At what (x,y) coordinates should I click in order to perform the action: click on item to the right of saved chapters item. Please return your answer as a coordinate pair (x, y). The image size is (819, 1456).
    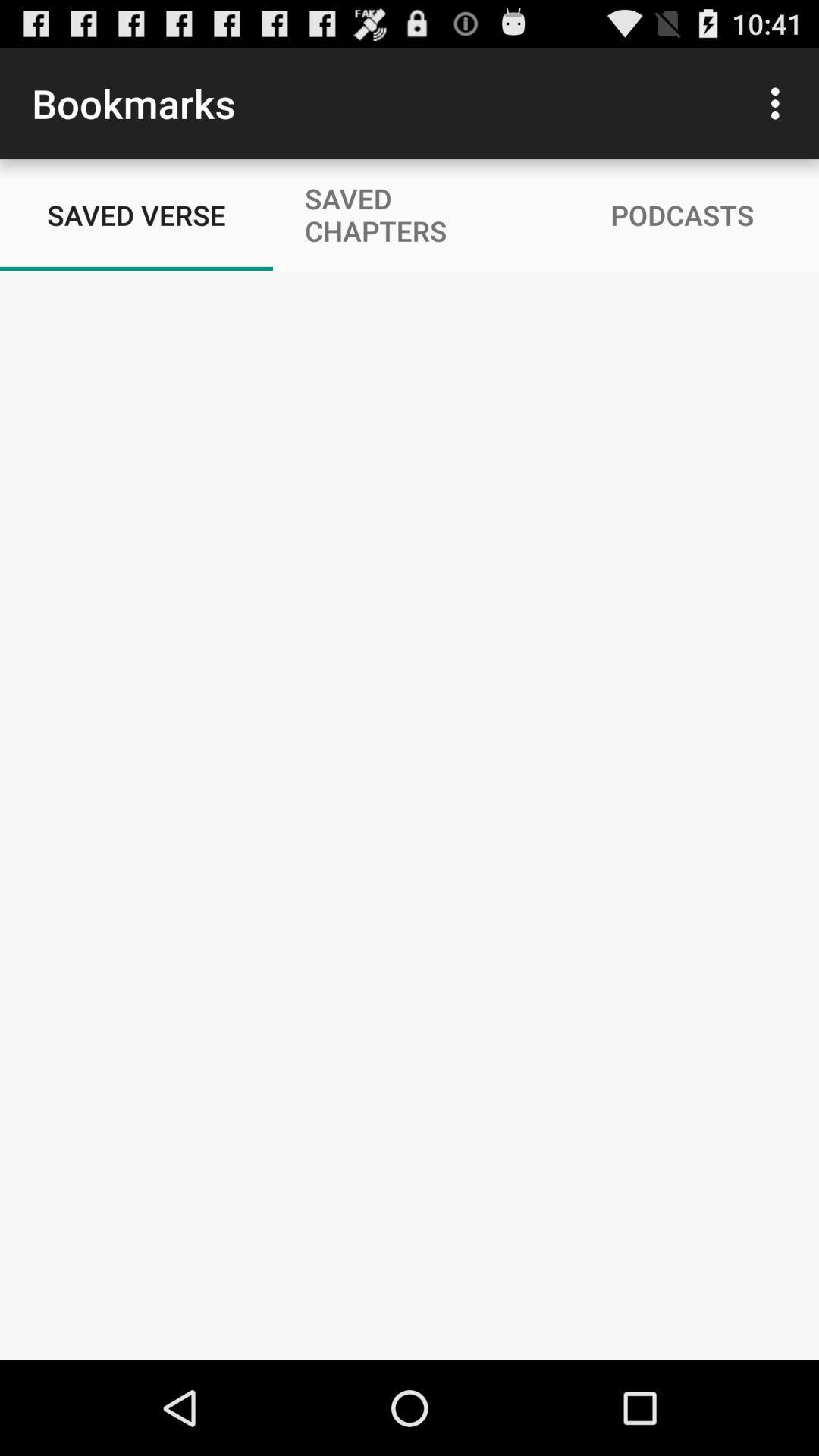
    Looking at the image, I should click on (779, 102).